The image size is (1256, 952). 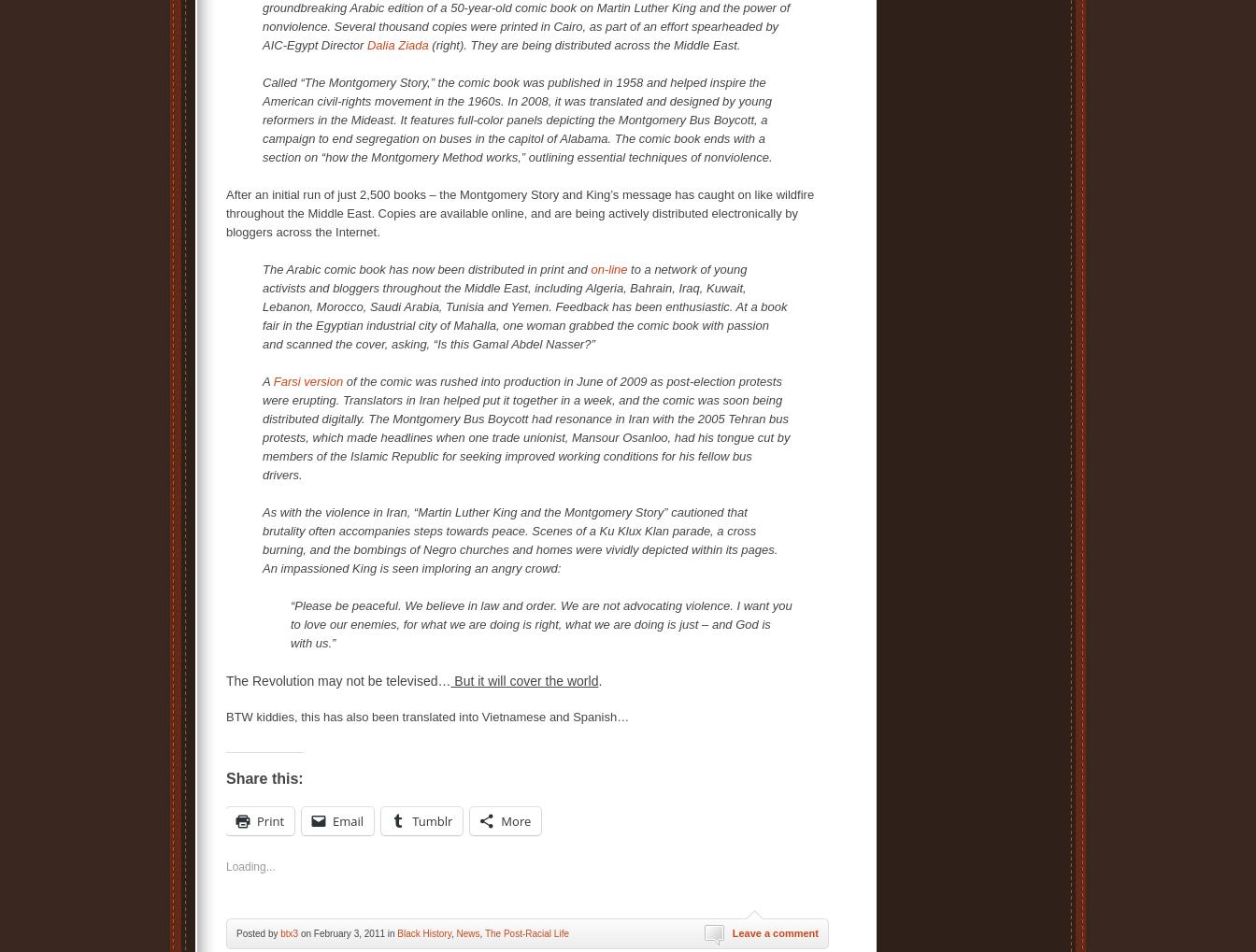 What do you see at coordinates (483, 932) in the screenshot?
I see `'The Post-Racial Life'` at bounding box center [483, 932].